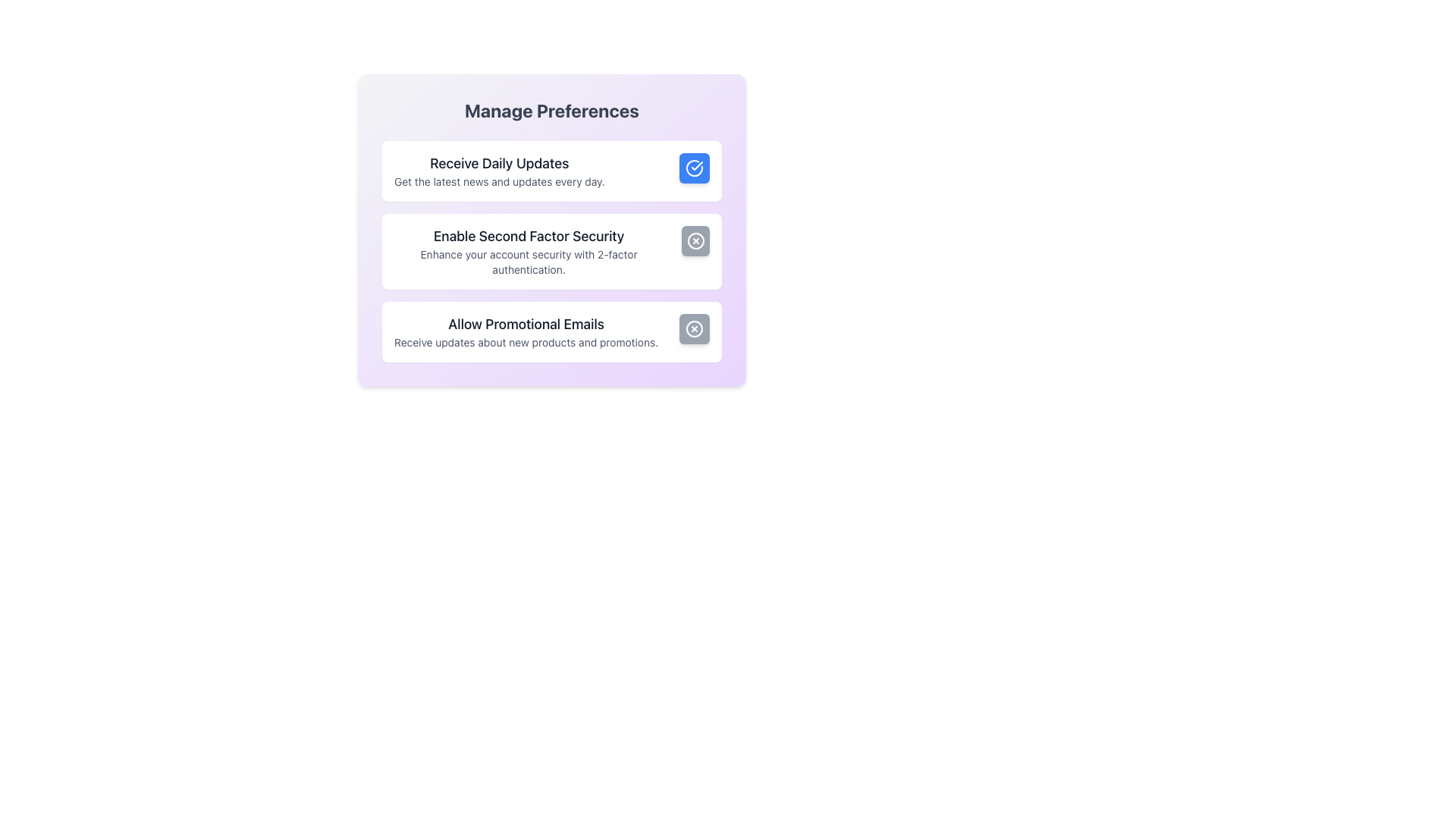 The height and width of the screenshot is (819, 1456). Describe the element at coordinates (551, 110) in the screenshot. I see `the Header or Title Label that serves as the introduction for the features listed below it, positioned at the top center of the box` at that location.